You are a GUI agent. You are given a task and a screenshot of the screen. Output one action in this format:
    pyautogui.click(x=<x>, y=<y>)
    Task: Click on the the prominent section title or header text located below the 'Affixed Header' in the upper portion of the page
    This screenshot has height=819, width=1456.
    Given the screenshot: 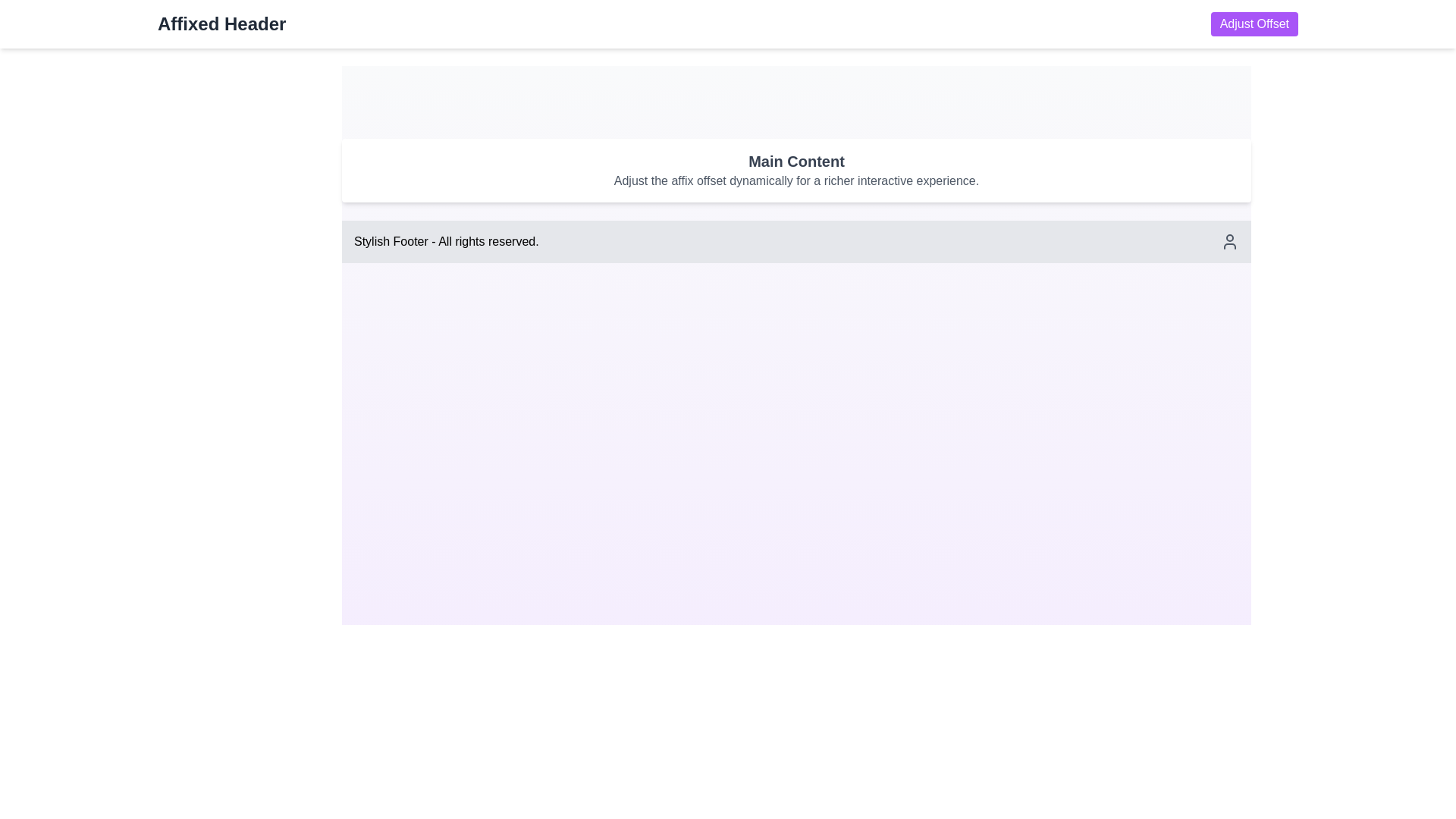 What is the action you would take?
    pyautogui.click(x=795, y=161)
    